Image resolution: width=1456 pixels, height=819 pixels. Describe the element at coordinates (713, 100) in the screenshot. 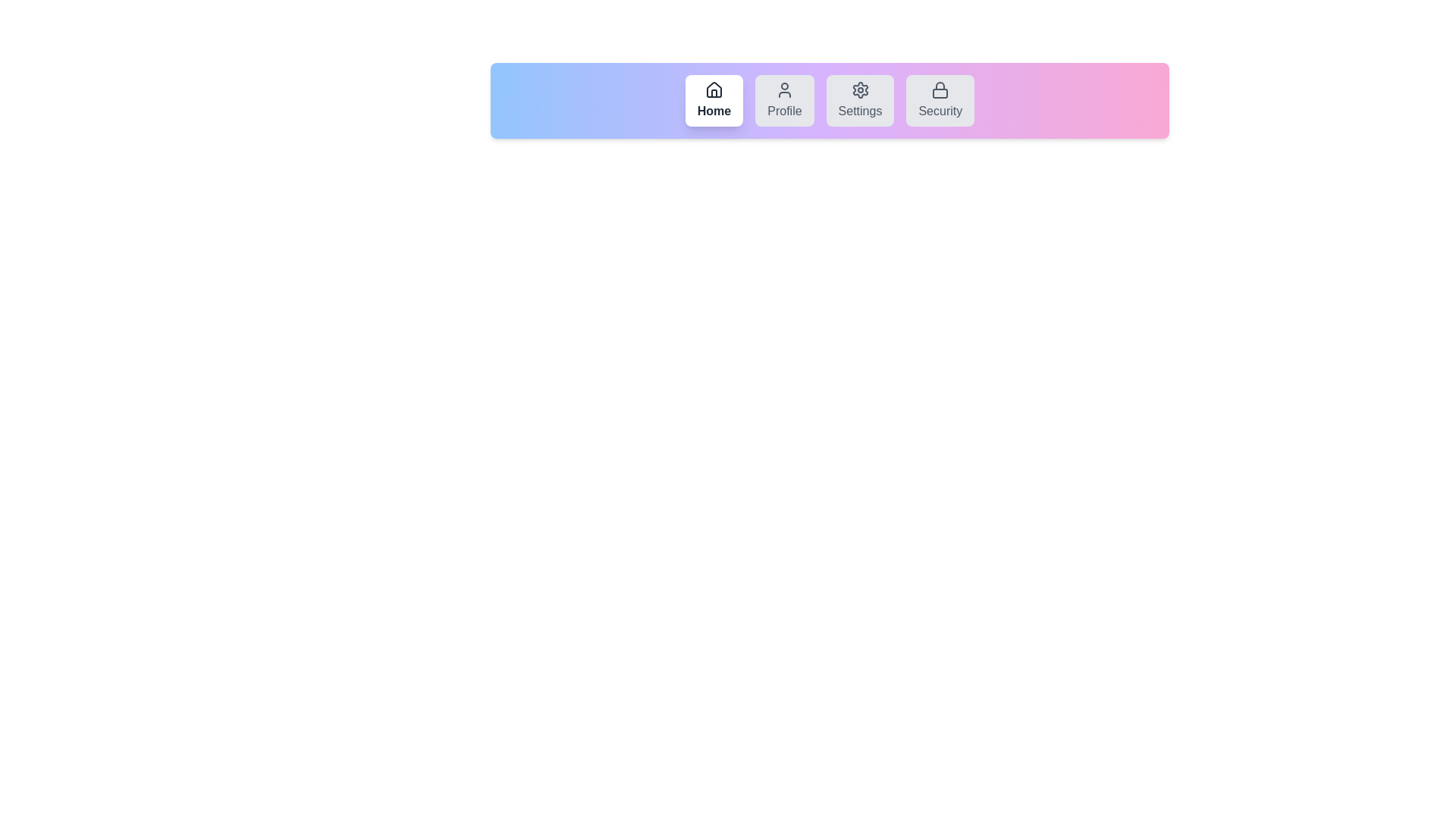

I see `the tab labeled Home by clicking on it` at that location.